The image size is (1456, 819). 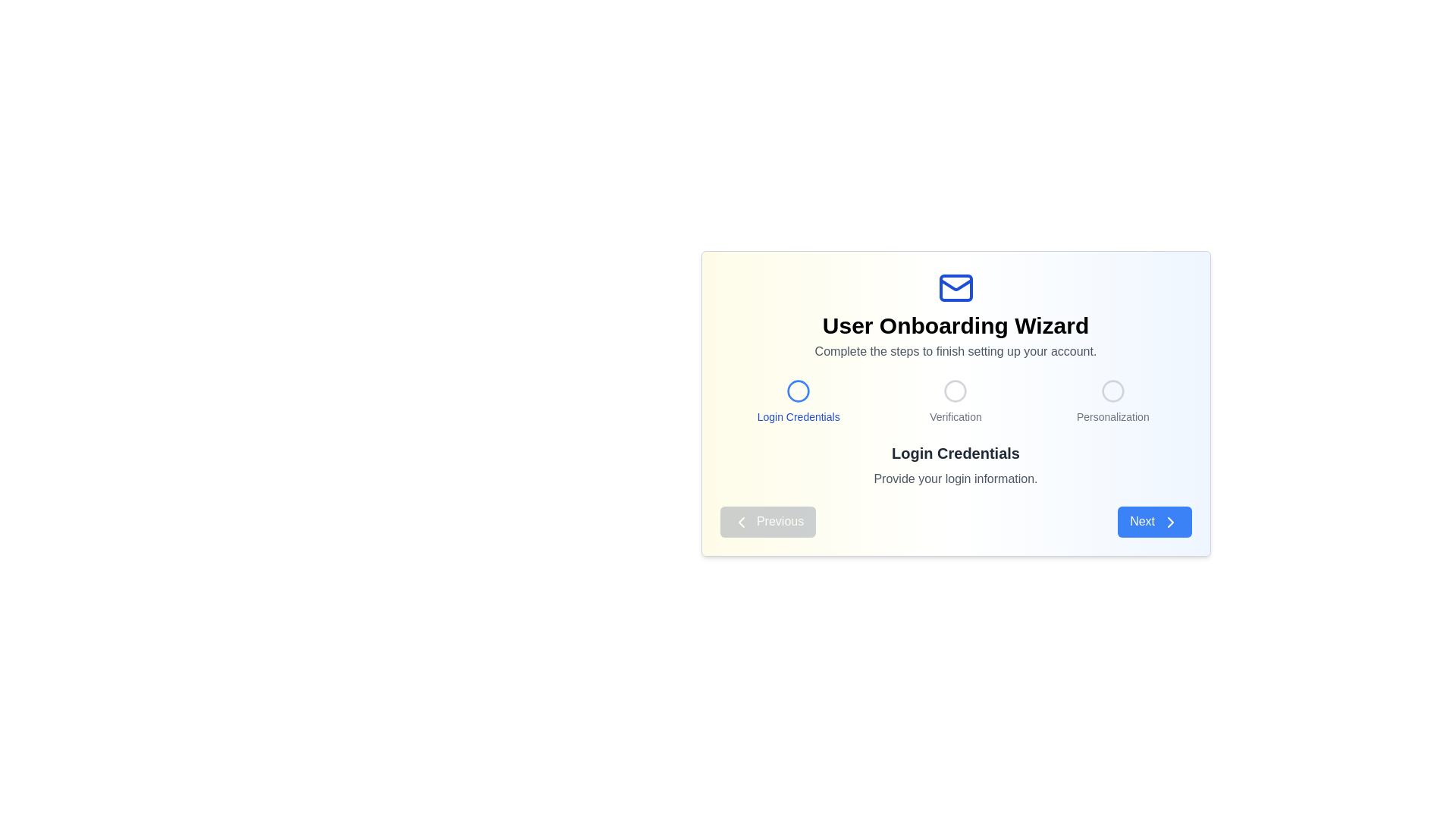 I want to click on the right-facing chevron icon within the 'Next' button located at the bottom-right corner of the 'User Onboarding Wizard' card, so click(x=1169, y=521).